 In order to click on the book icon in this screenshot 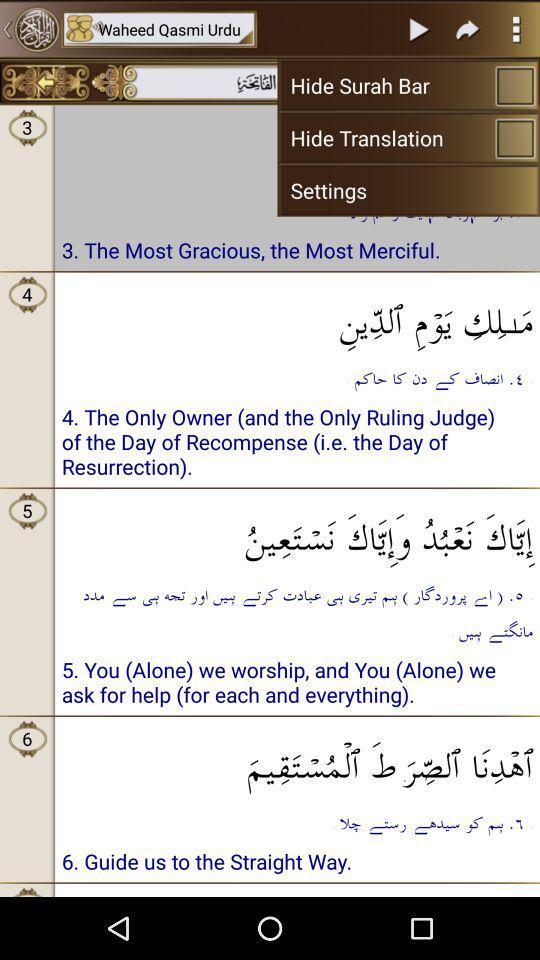, I will do `click(493, 88)`.